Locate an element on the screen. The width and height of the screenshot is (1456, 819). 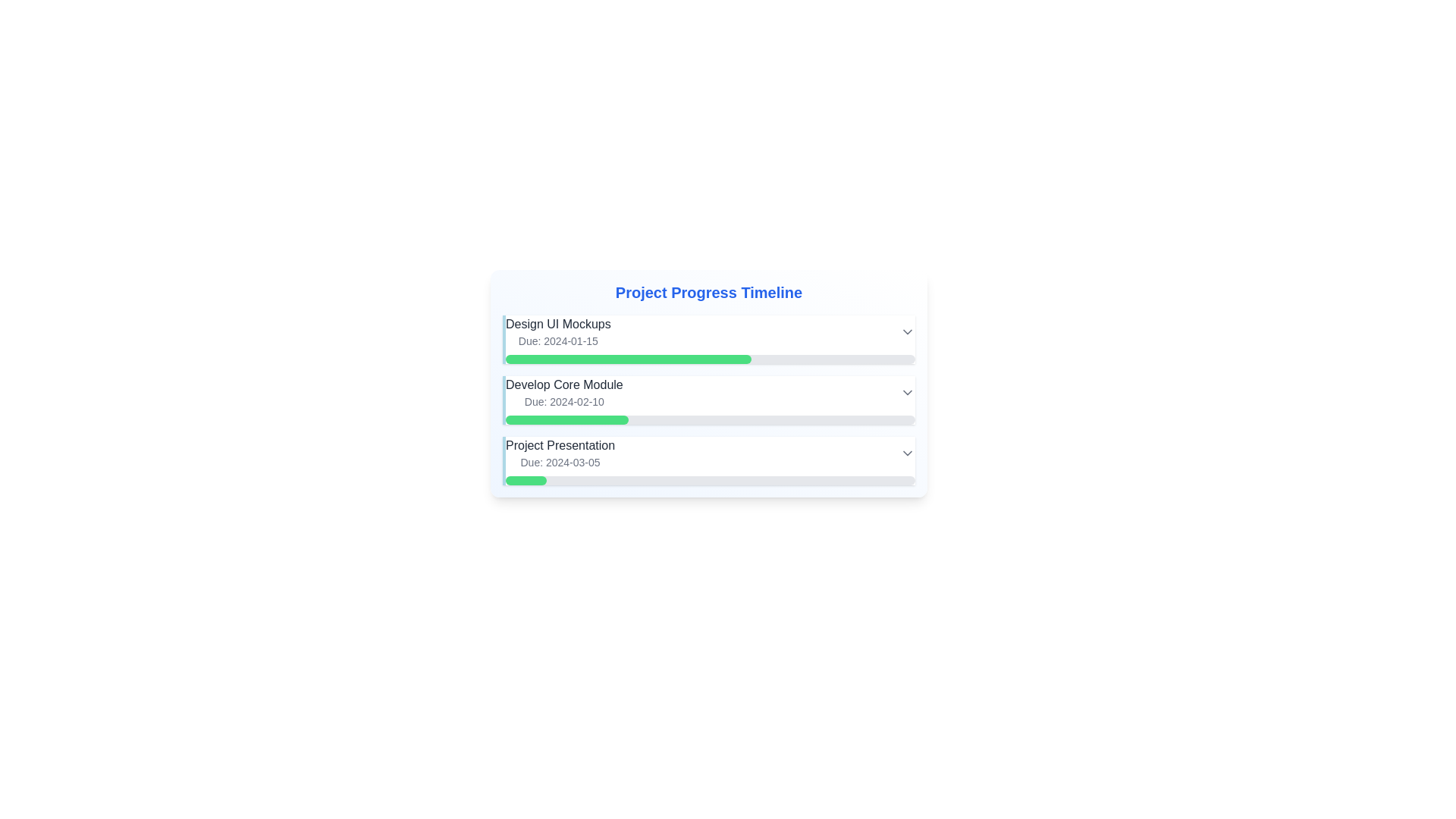
the dropdown indicator icon located at the top-right corner of the 'Design UI Mockups' section is located at coordinates (907, 331).